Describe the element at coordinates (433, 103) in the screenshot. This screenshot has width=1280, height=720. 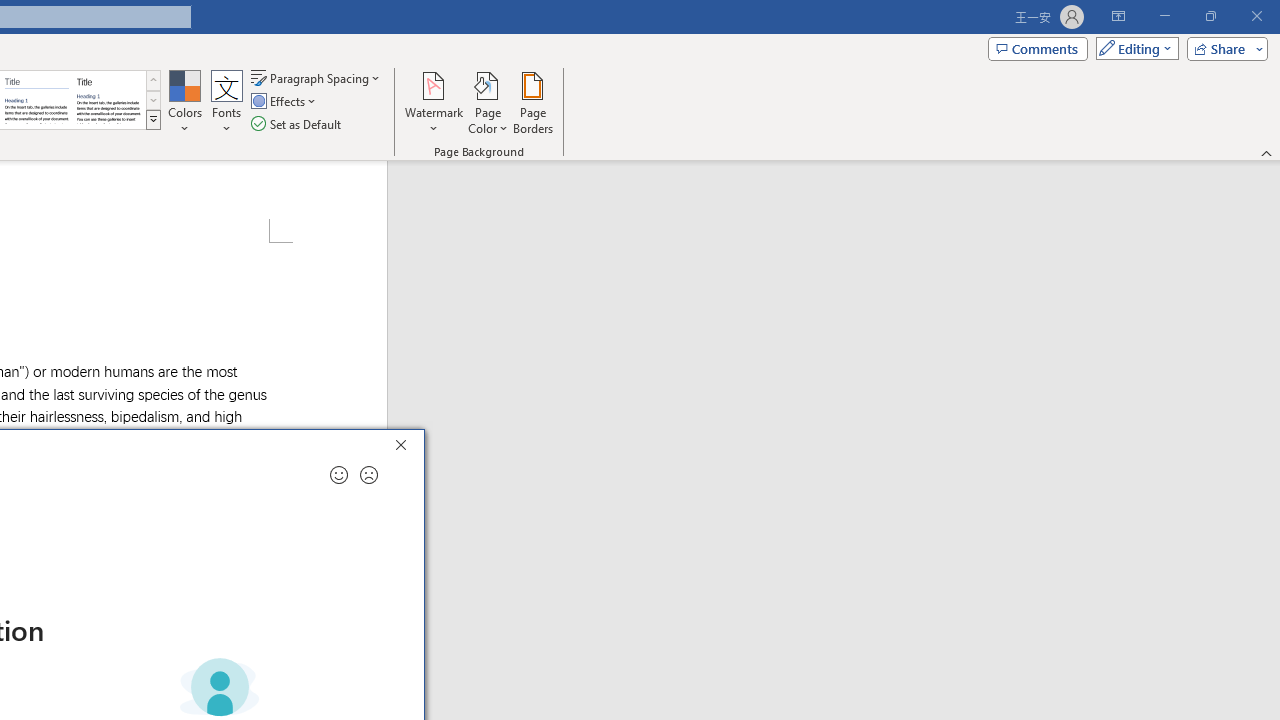
I see `'Watermark'` at that location.